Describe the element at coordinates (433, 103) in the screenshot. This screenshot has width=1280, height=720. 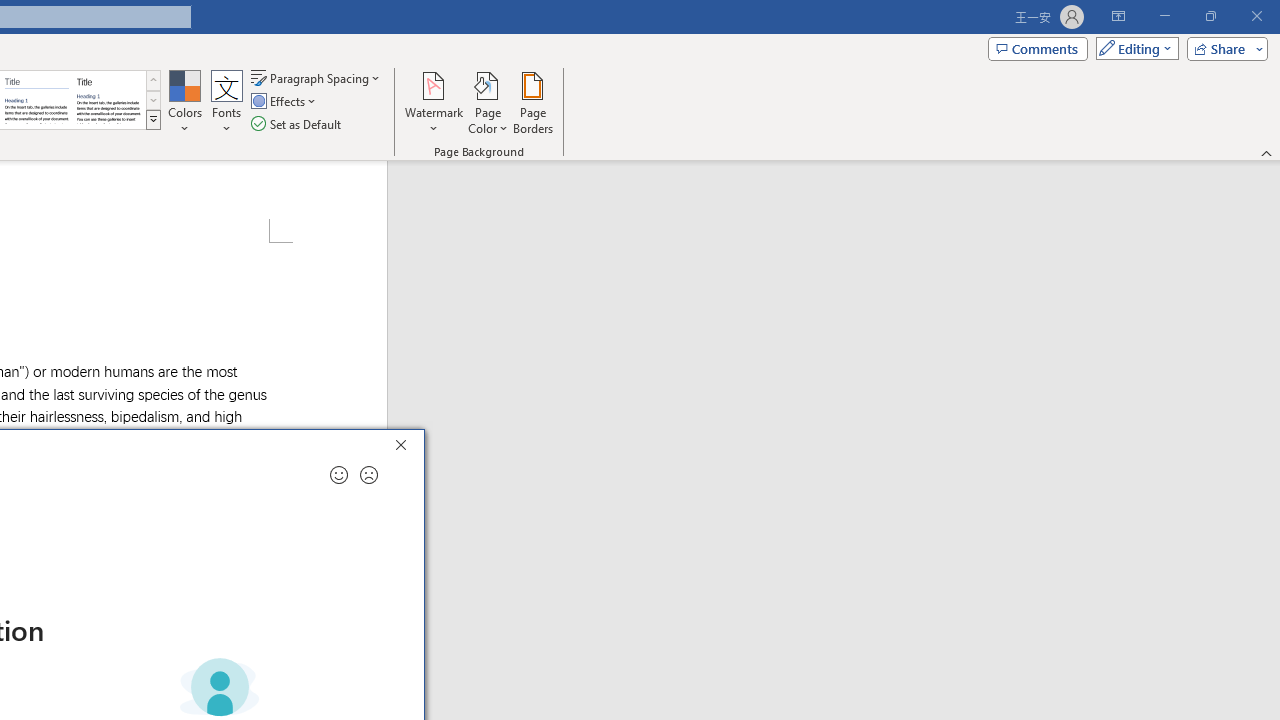
I see `'Watermark'` at that location.